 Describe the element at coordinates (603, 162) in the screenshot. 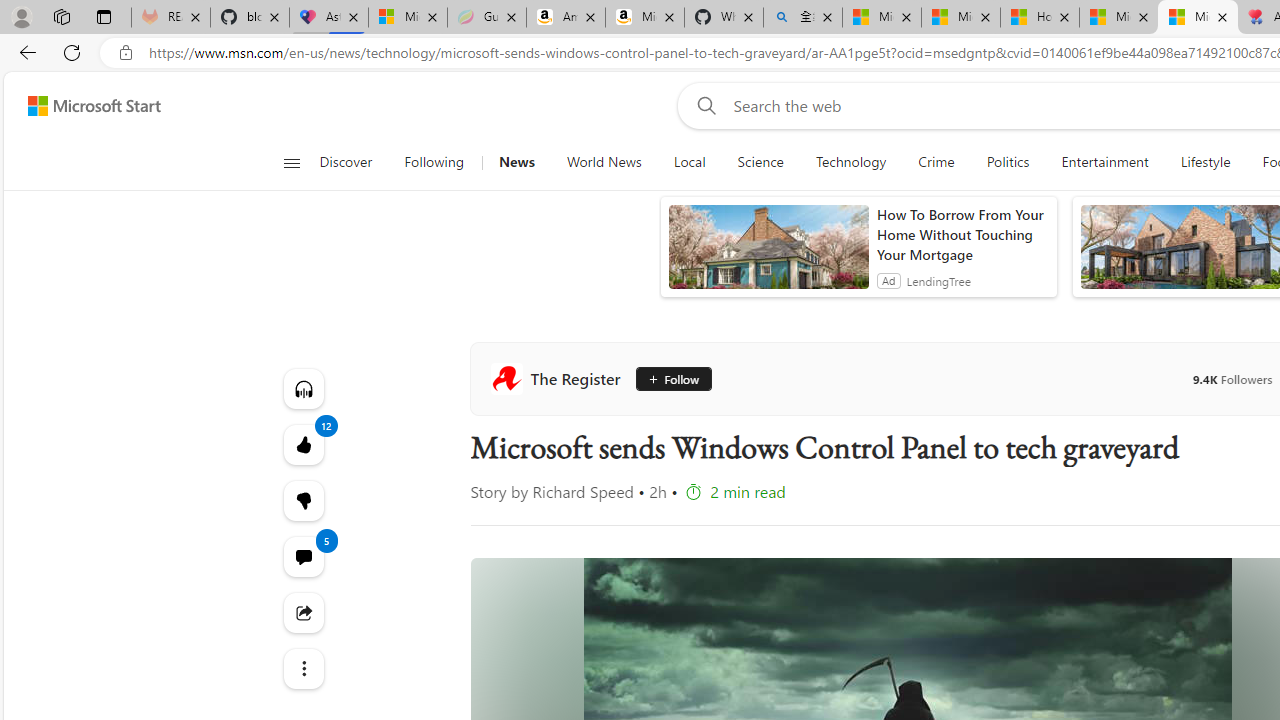

I see `'World News'` at that location.